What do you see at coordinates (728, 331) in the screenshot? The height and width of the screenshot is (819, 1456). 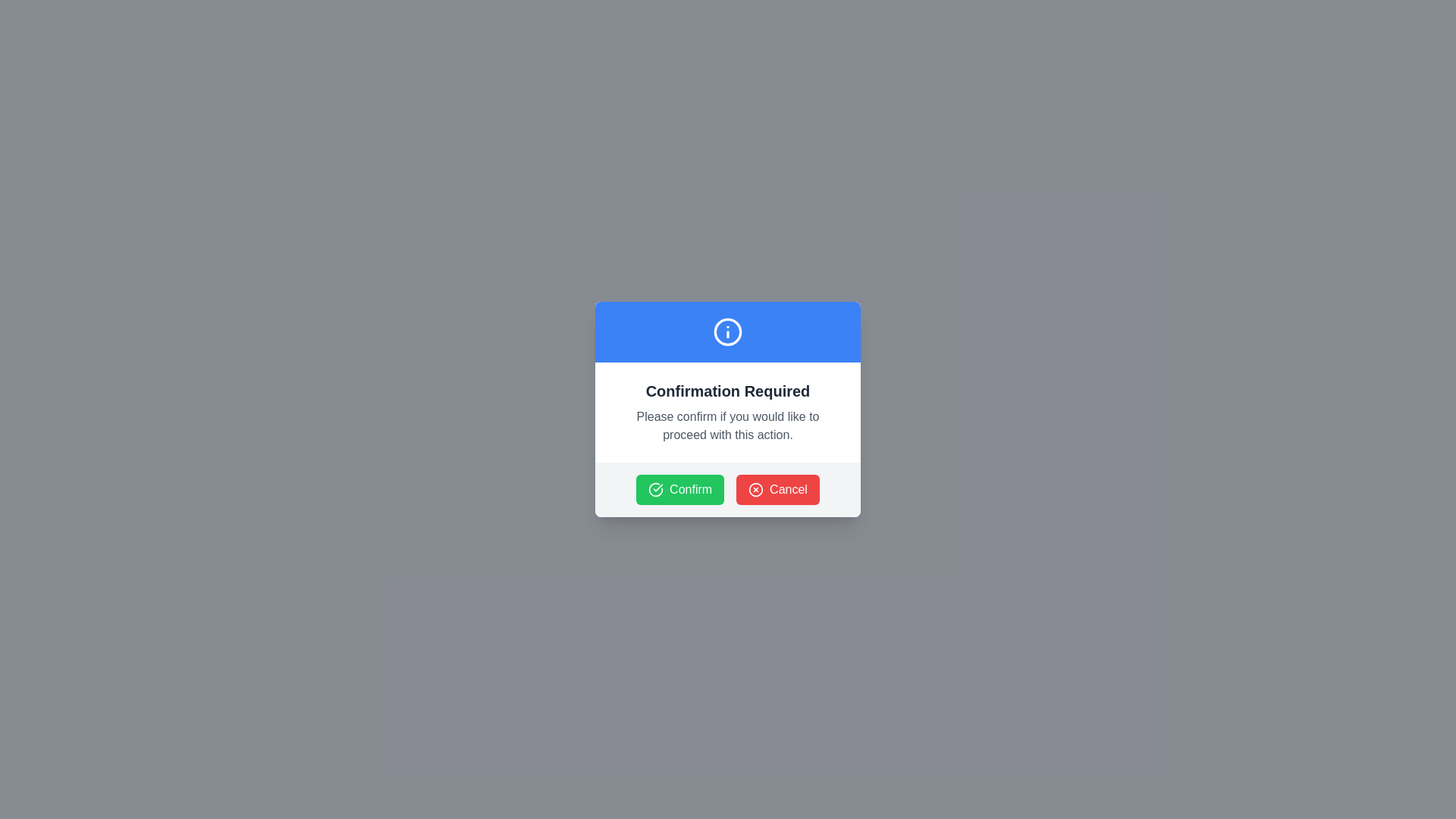 I see `the blue rectangular header panel with an informational icon located at the top of the modal dialog box, which features a centered white information icon with a circular border` at bounding box center [728, 331].